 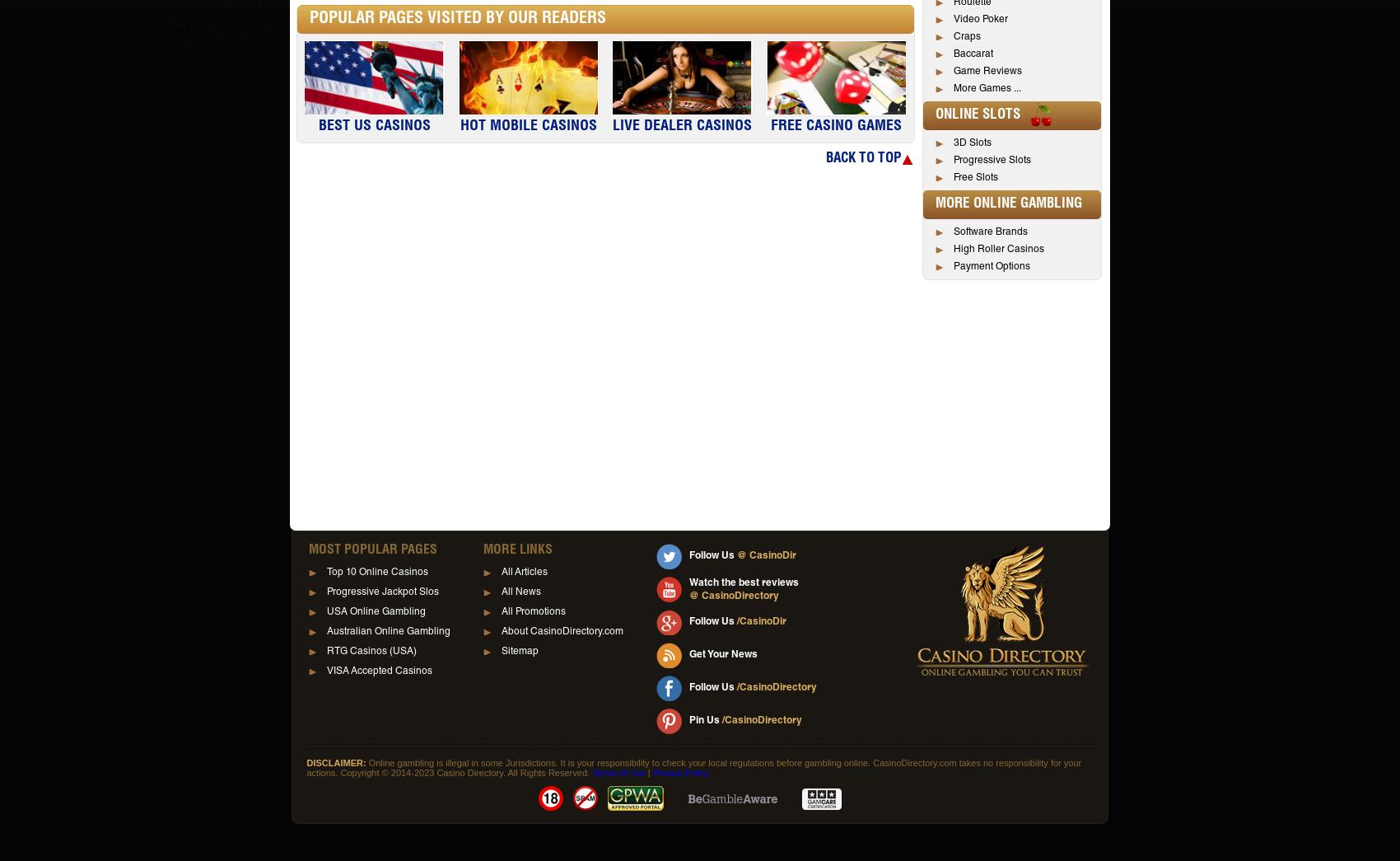 I want to click on 'BACK TO TOP', so click(x=862, y=158).